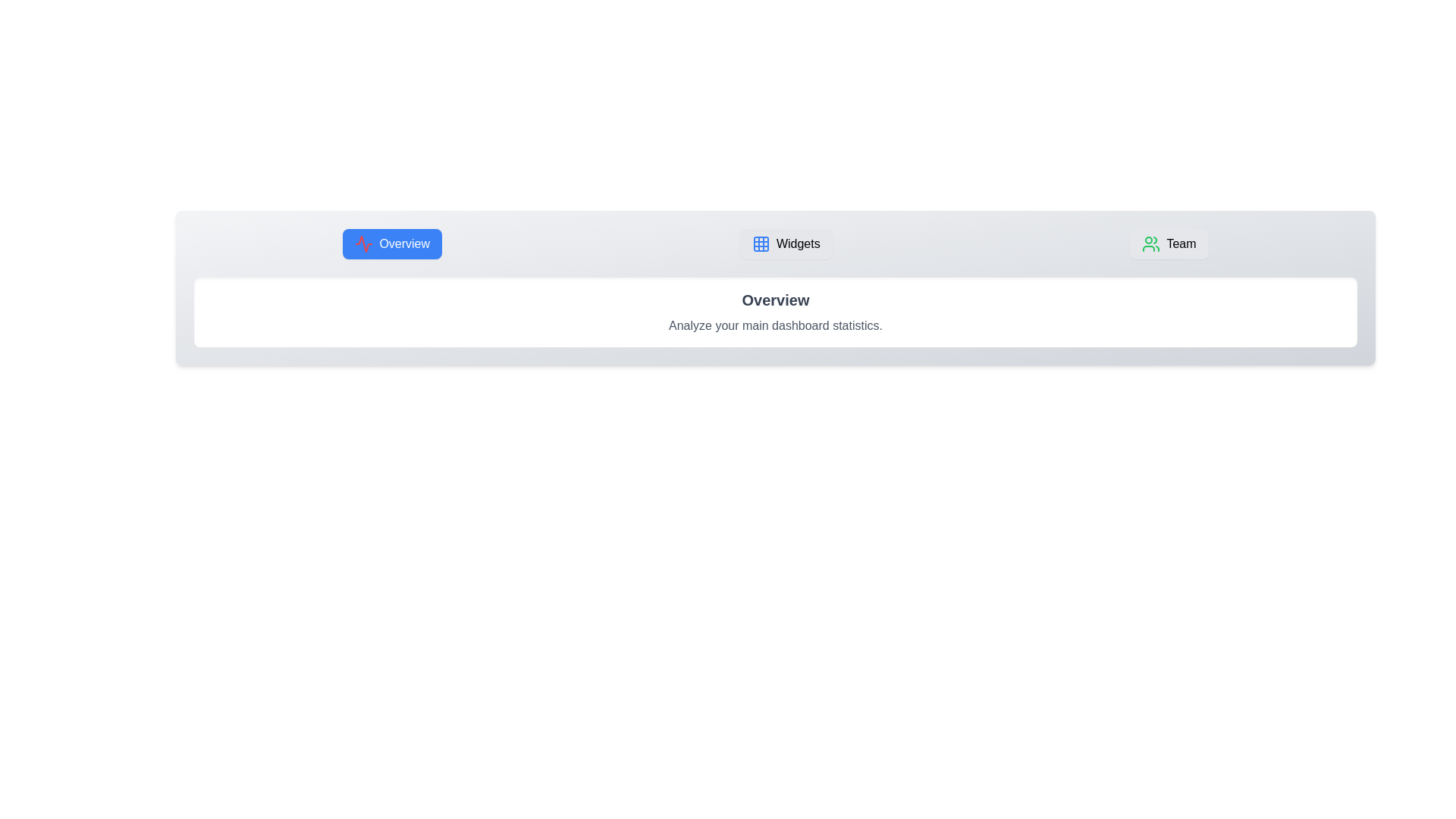  I want to click on the icon associated with the Widgets tab to activate it, so click(761, 243).